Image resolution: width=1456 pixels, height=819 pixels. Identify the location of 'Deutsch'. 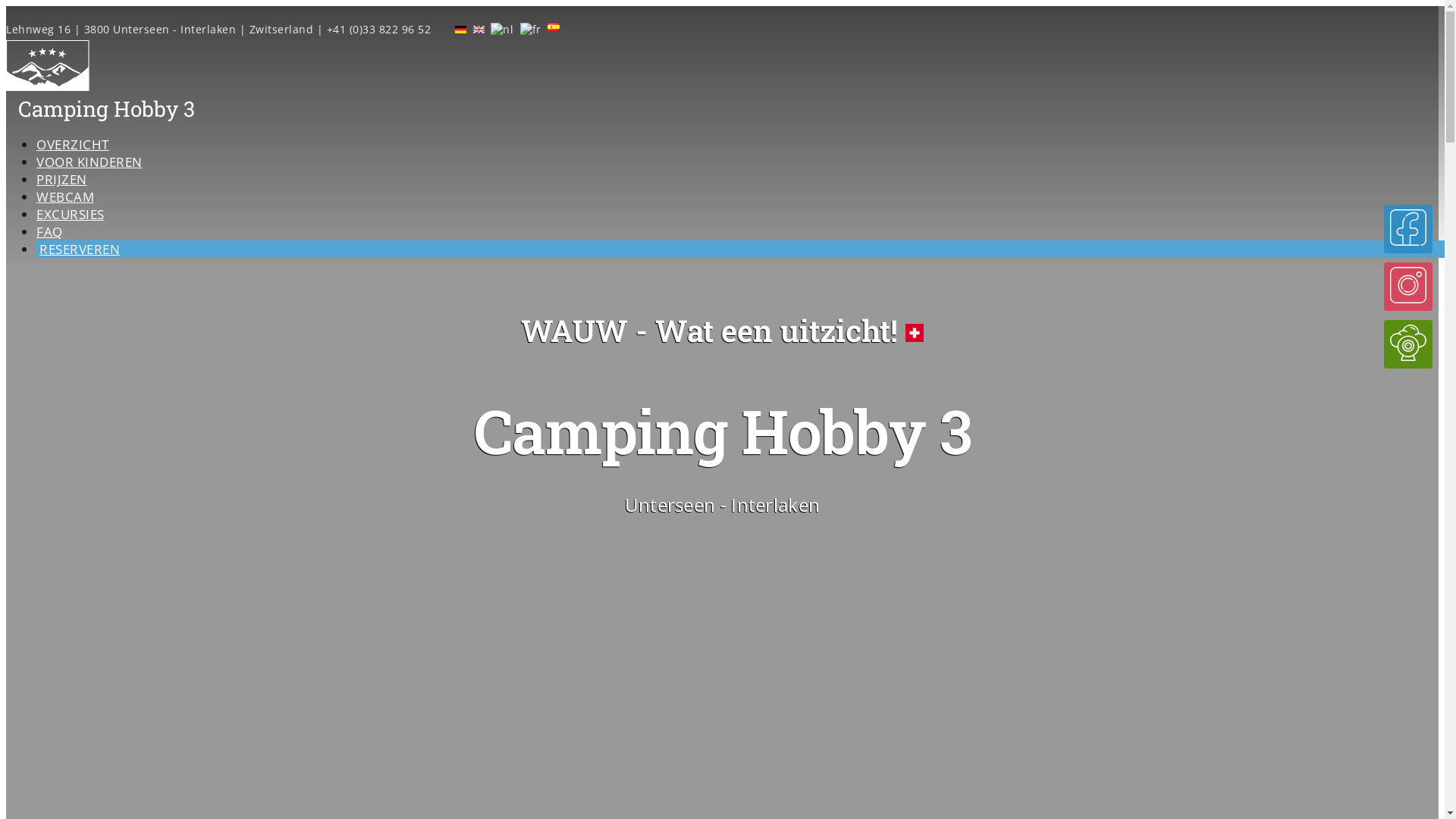
(460, 29).